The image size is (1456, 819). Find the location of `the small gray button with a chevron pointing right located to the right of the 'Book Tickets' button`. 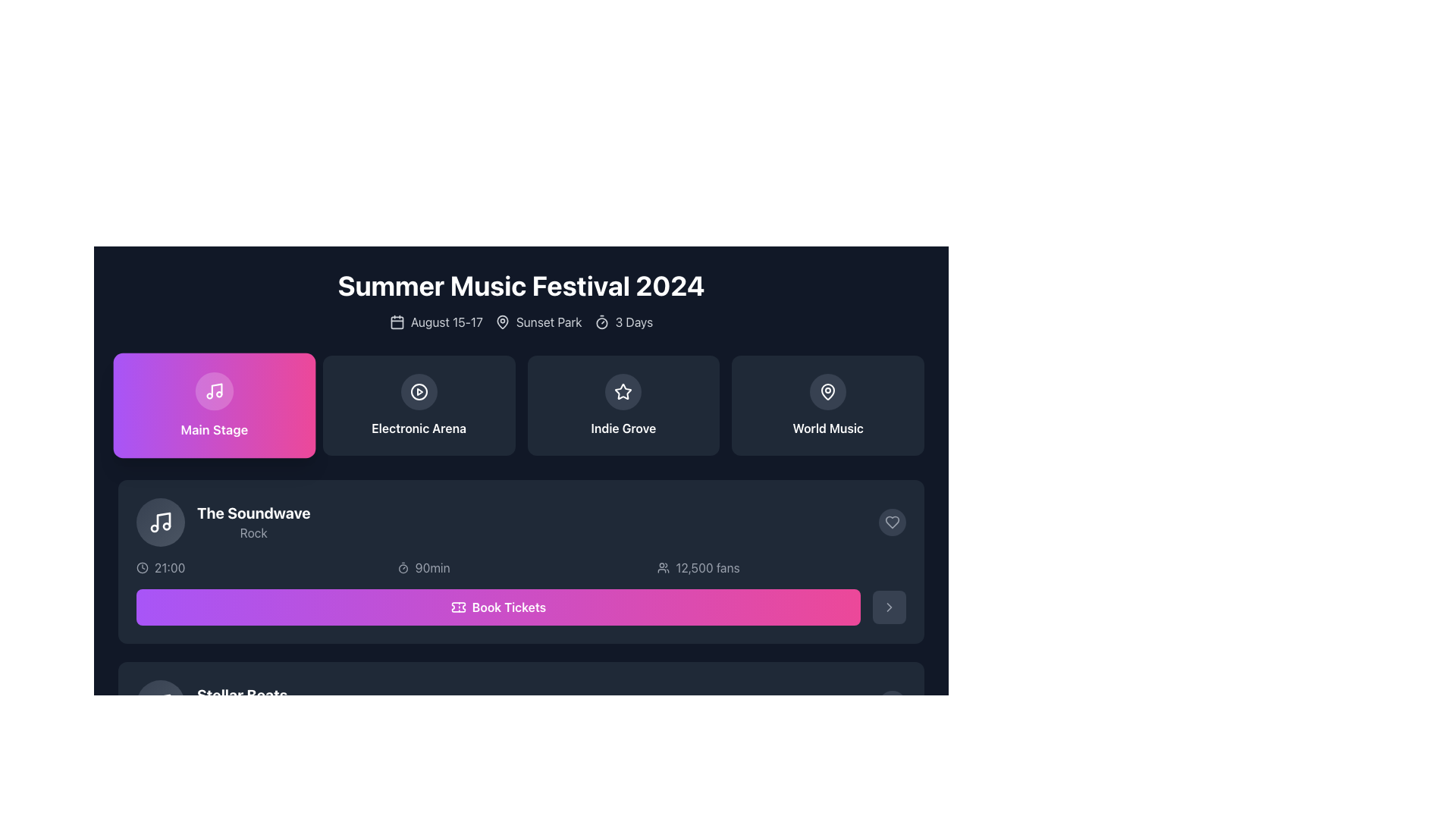

the small gray button with a chevron pointing right located to the right of the 'Book Tickets' button is located at coordinates (889, 607).